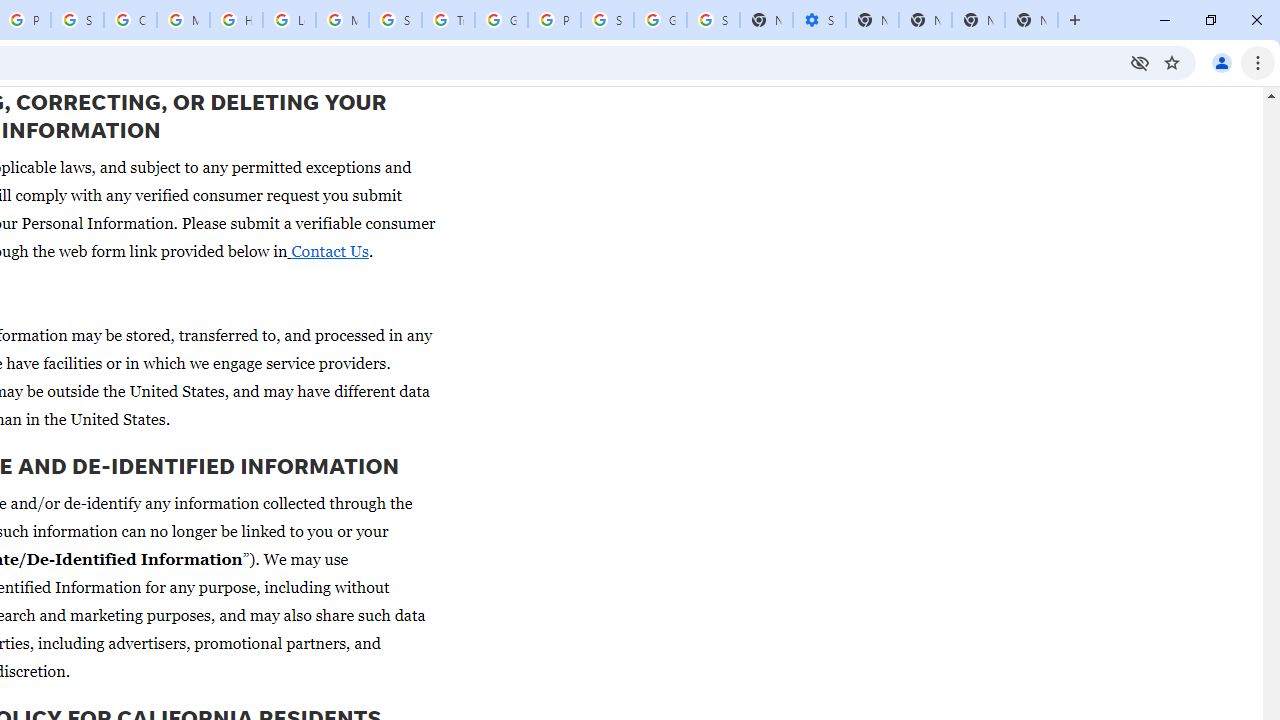 The width and height of the screenshot is (1280, 720). I want to click on 'Settings - Performance', so click(819, 20).